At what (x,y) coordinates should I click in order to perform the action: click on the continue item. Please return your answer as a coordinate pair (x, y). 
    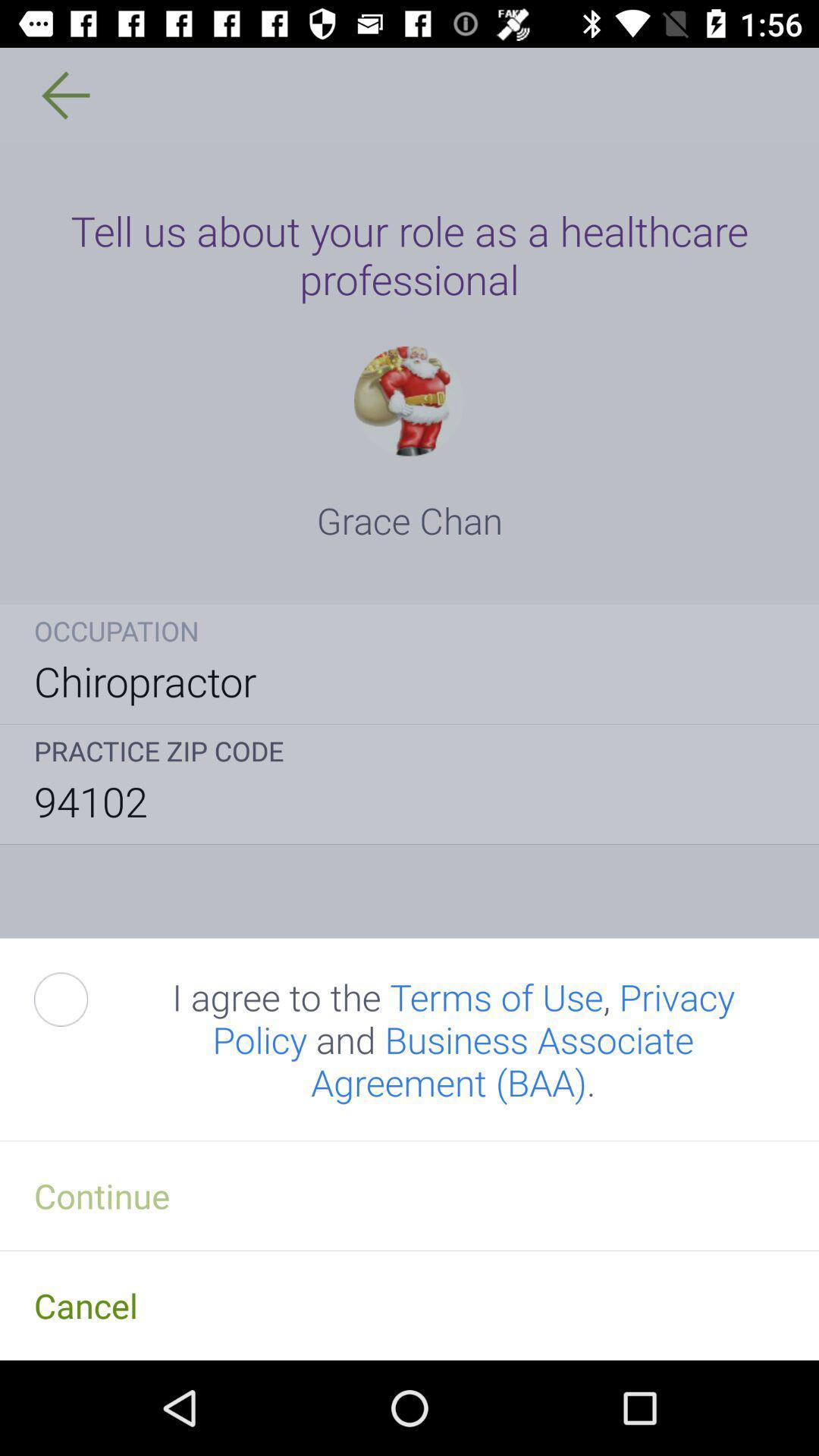
    Looking at the image, I should click on (409, 1194).